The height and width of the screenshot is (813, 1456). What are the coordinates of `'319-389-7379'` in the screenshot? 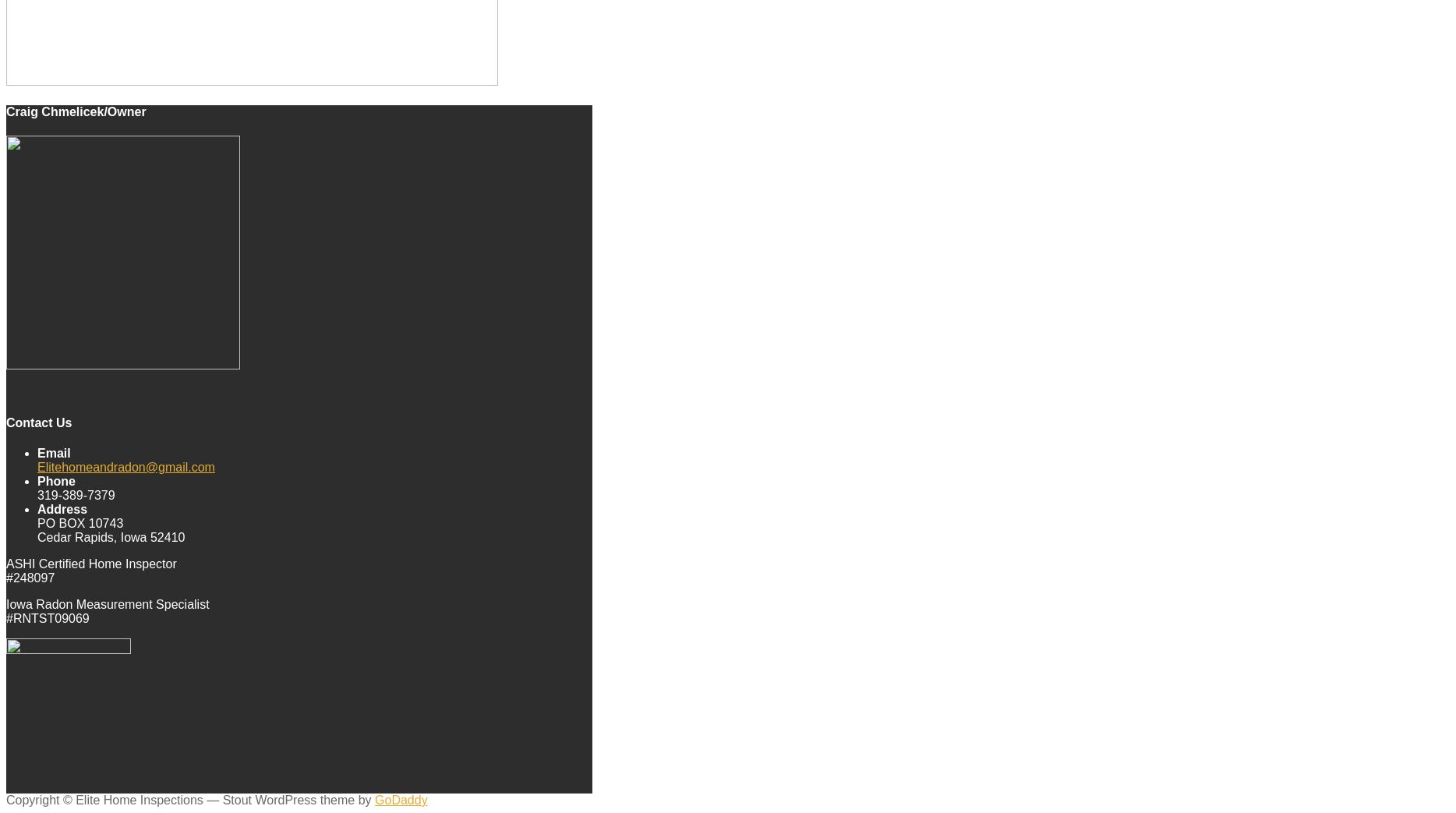 It's located at (76, 493).